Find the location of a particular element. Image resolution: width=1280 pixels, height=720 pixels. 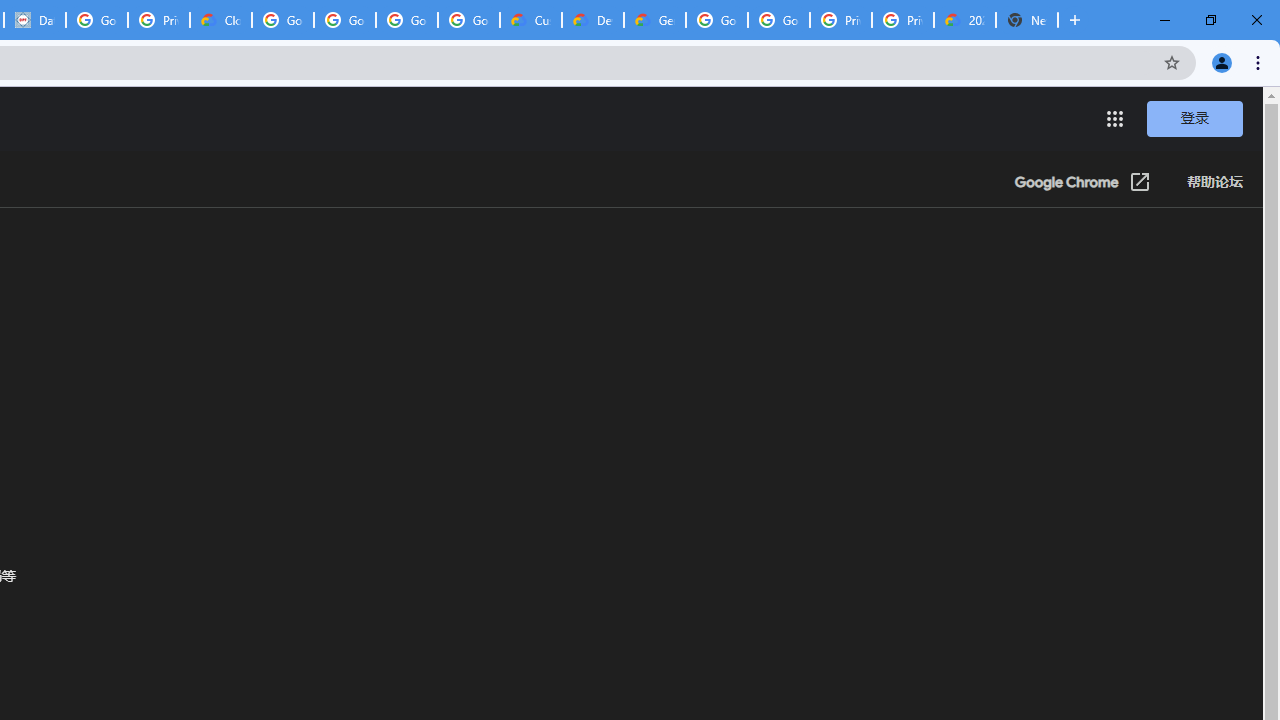

'Gemini for Business and Developers | Google Cloud' is located at coordinates (654, 20).